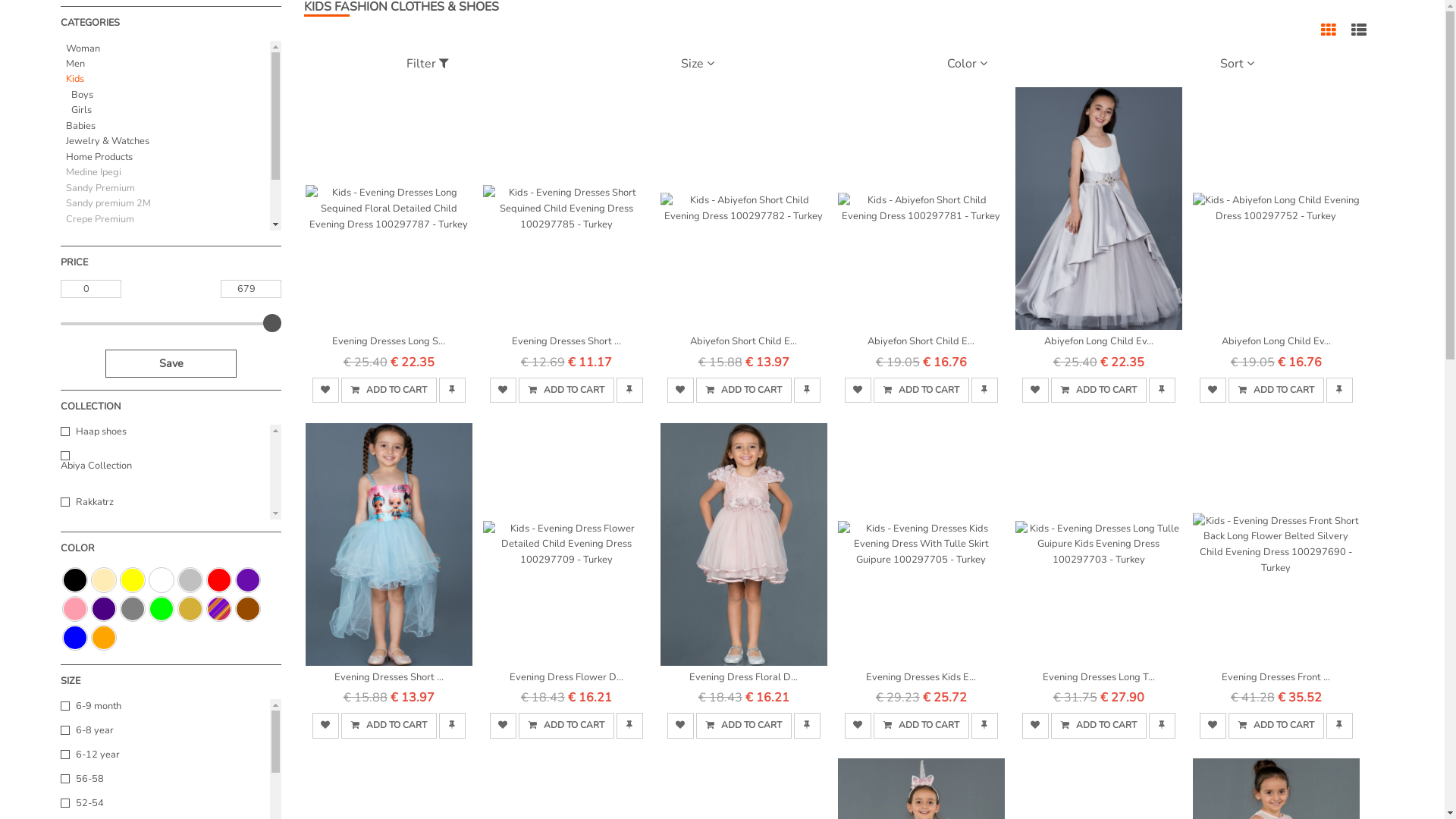 The image size is (1456, 819). Describe the element at coordinates (218, 607) in the screenshot. I see `'Colorful'` at that location.